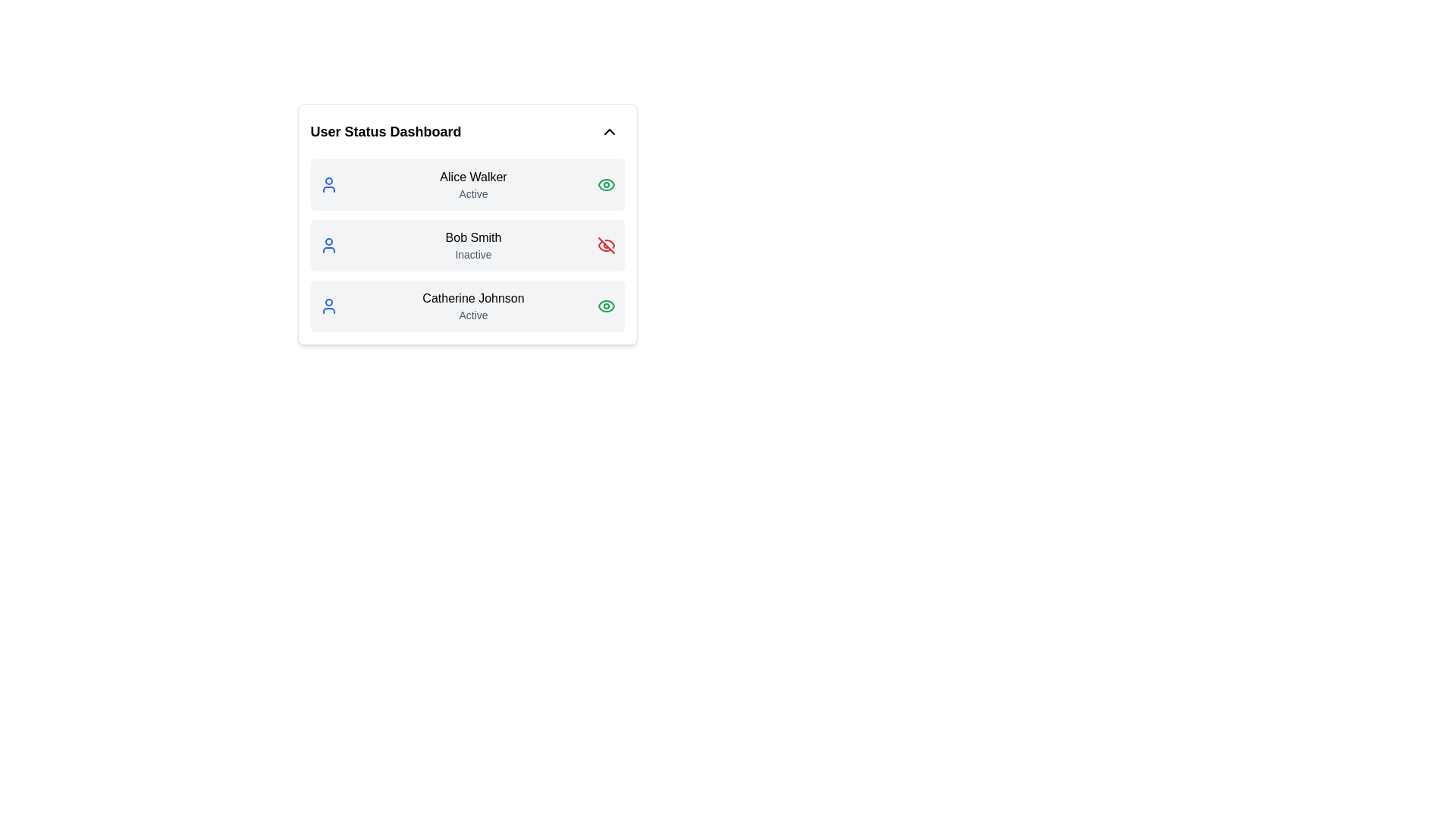 The height and width of the screenshot is (819, 1456). Describe the element at coordinates (466, 245) in the screenshot. I see `the ListItem representing user 'Bob Smith' with status 'Inactive' located in the 'User Status Dashboard', which is the second entry in the list` at that location.